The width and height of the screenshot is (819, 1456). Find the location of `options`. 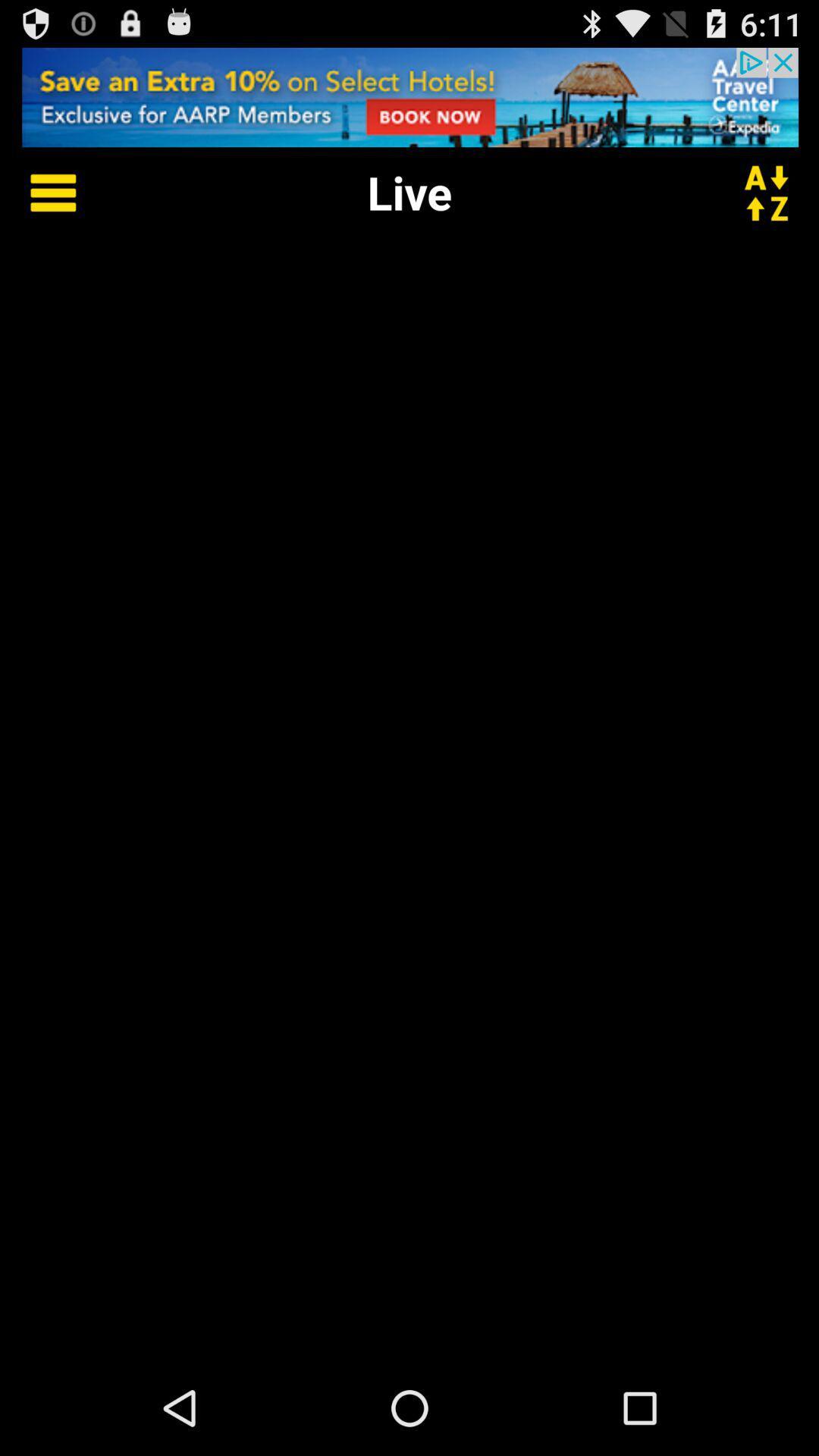

options is located at coordinates (42, 191).